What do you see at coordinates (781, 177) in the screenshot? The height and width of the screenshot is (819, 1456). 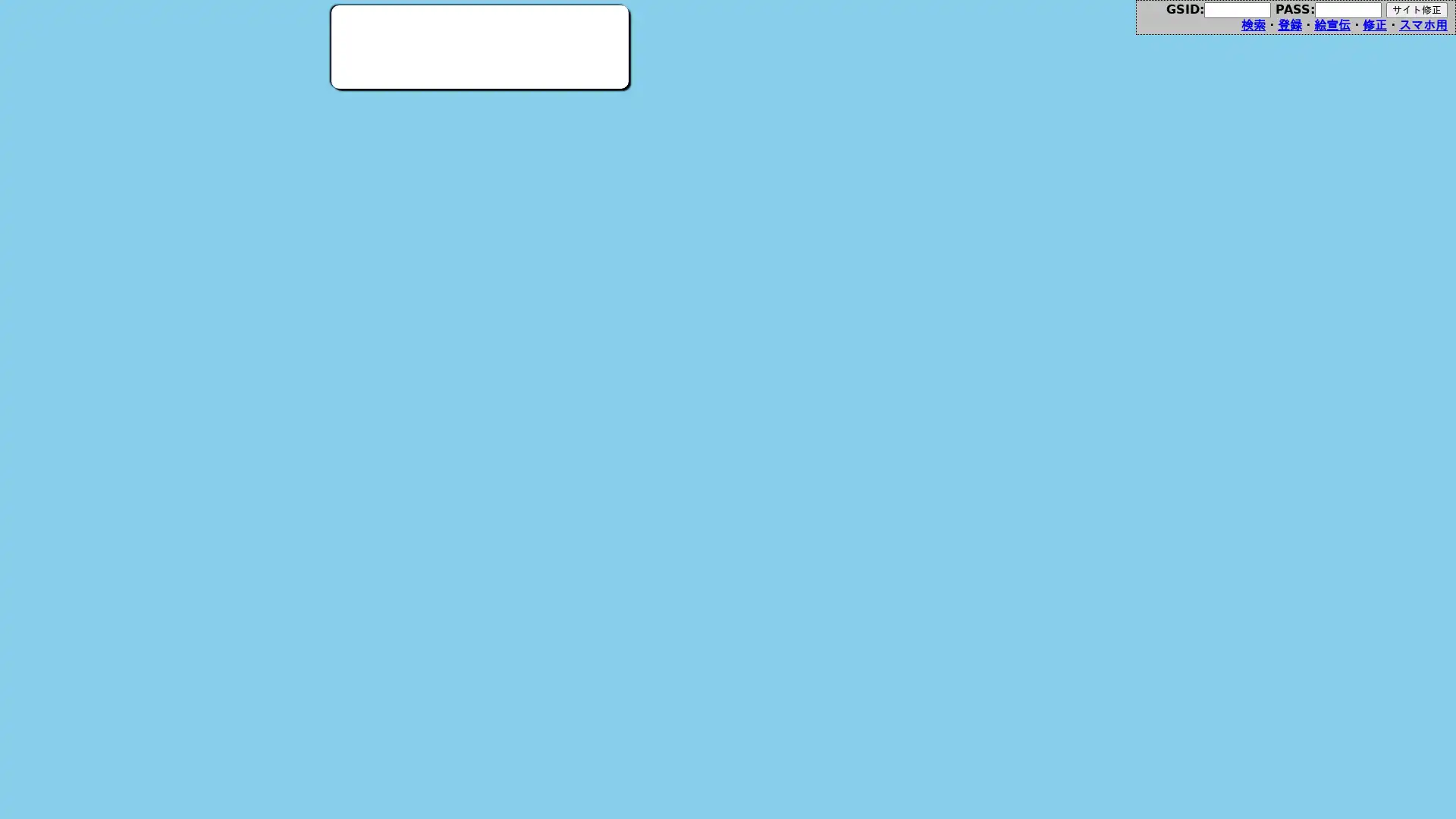 I see `Apple` at bounding box center [781, 177].